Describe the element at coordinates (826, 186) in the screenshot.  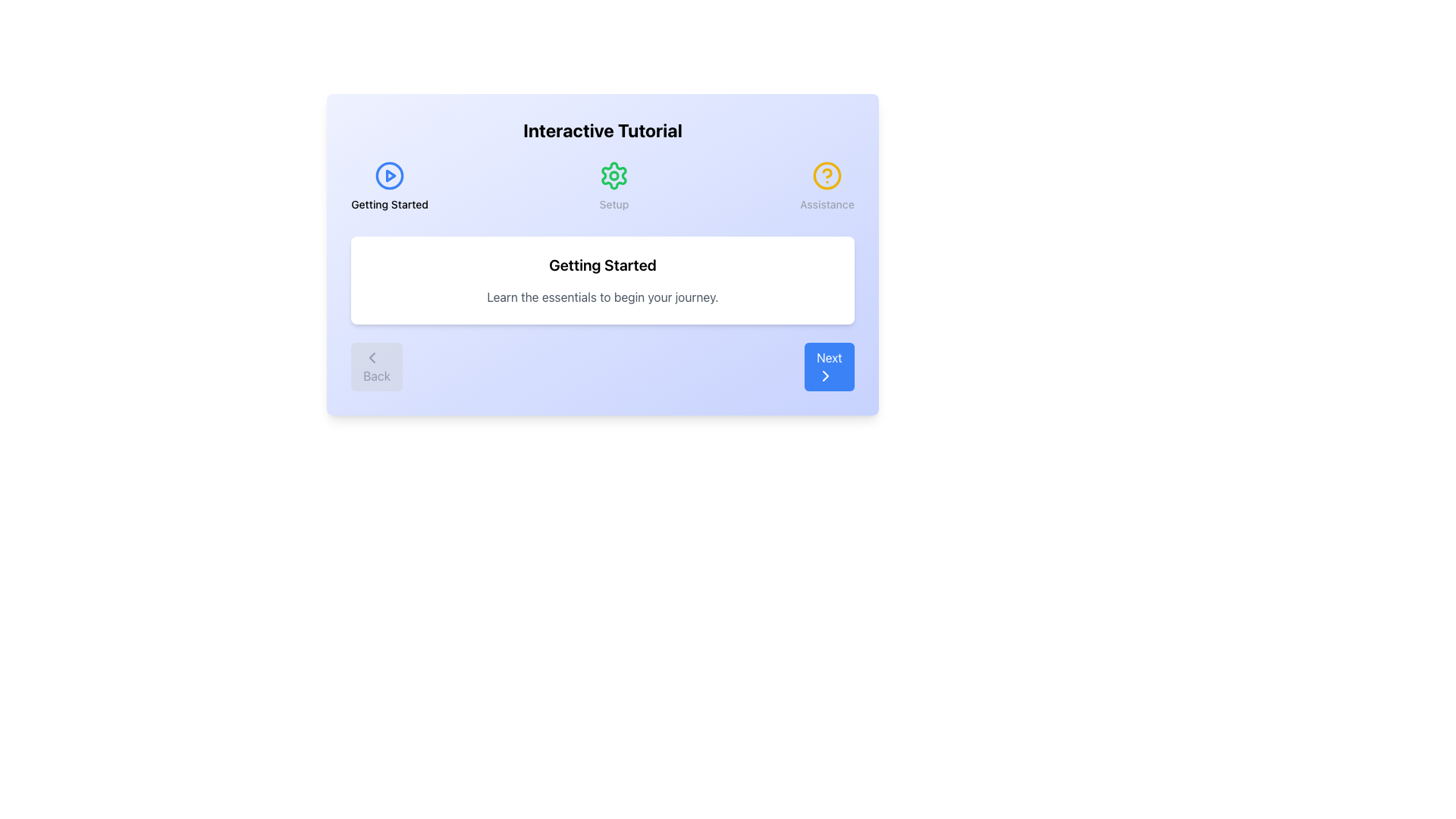
I see `the circular icon with a question mark and the label 'Assistance' below it` at that location.